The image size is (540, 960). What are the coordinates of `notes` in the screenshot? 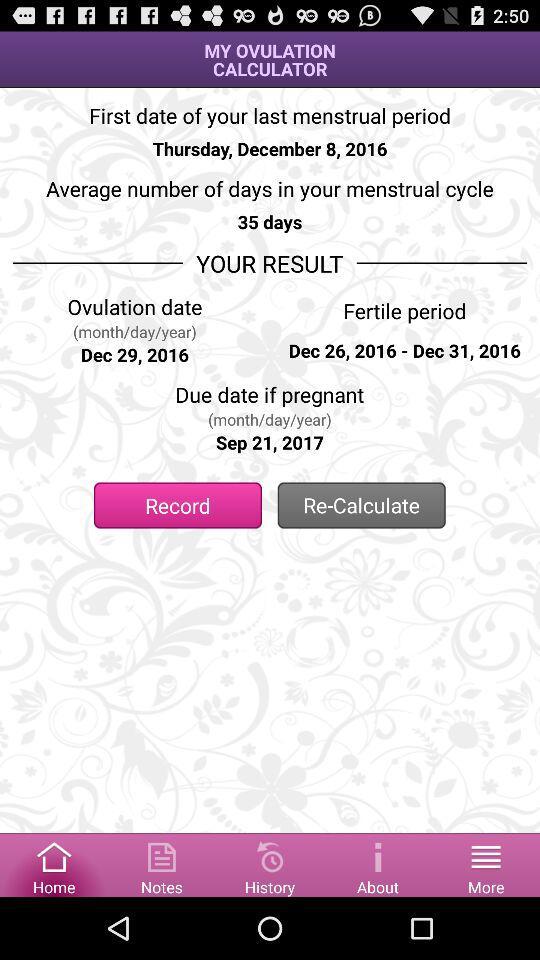 It's located at (161, 863).